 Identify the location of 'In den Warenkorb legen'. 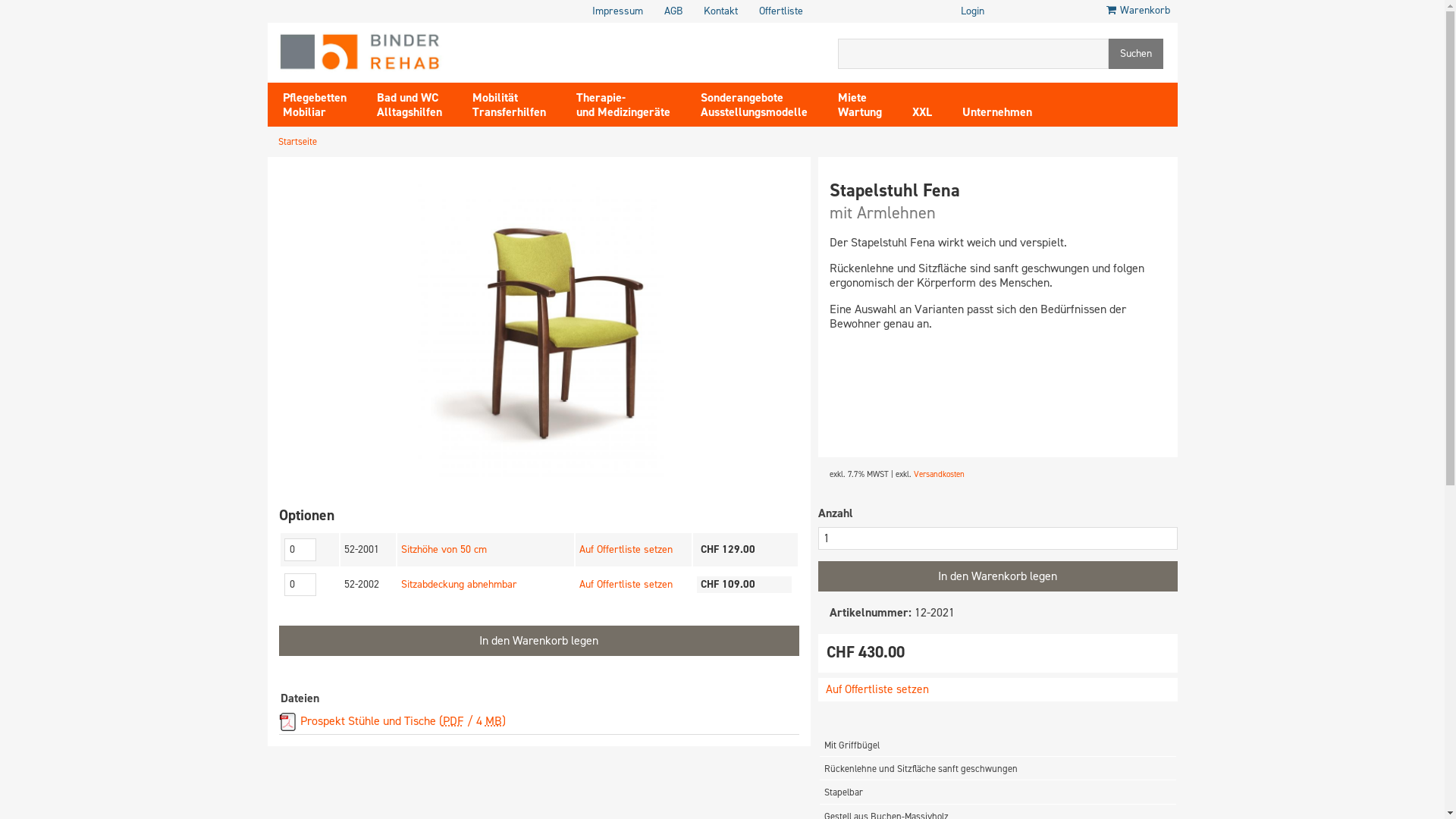
(997, 576).